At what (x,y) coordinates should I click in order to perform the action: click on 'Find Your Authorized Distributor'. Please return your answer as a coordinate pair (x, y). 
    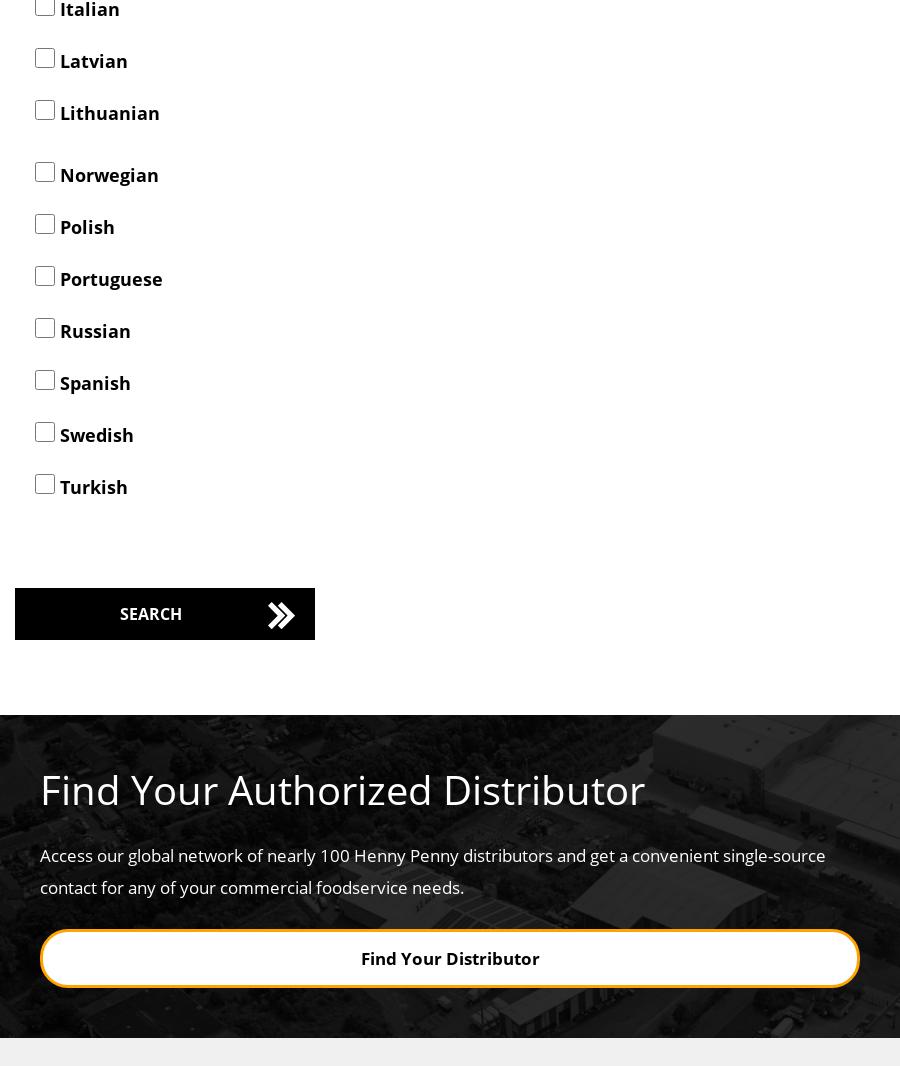
    Looking at the image, I should click on (38, 787).